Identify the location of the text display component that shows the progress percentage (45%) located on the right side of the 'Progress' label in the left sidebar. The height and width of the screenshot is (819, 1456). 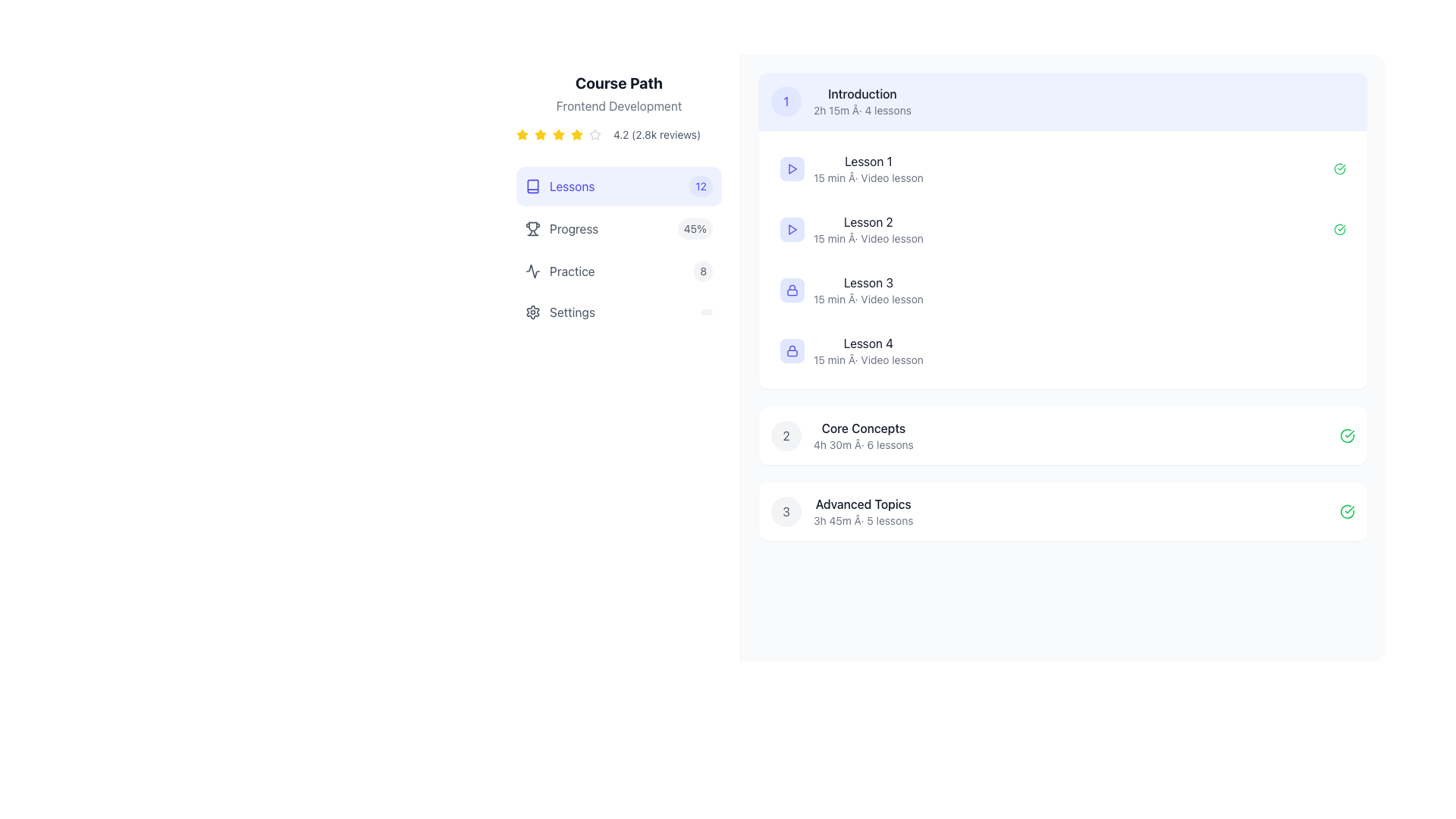
(694, 228).